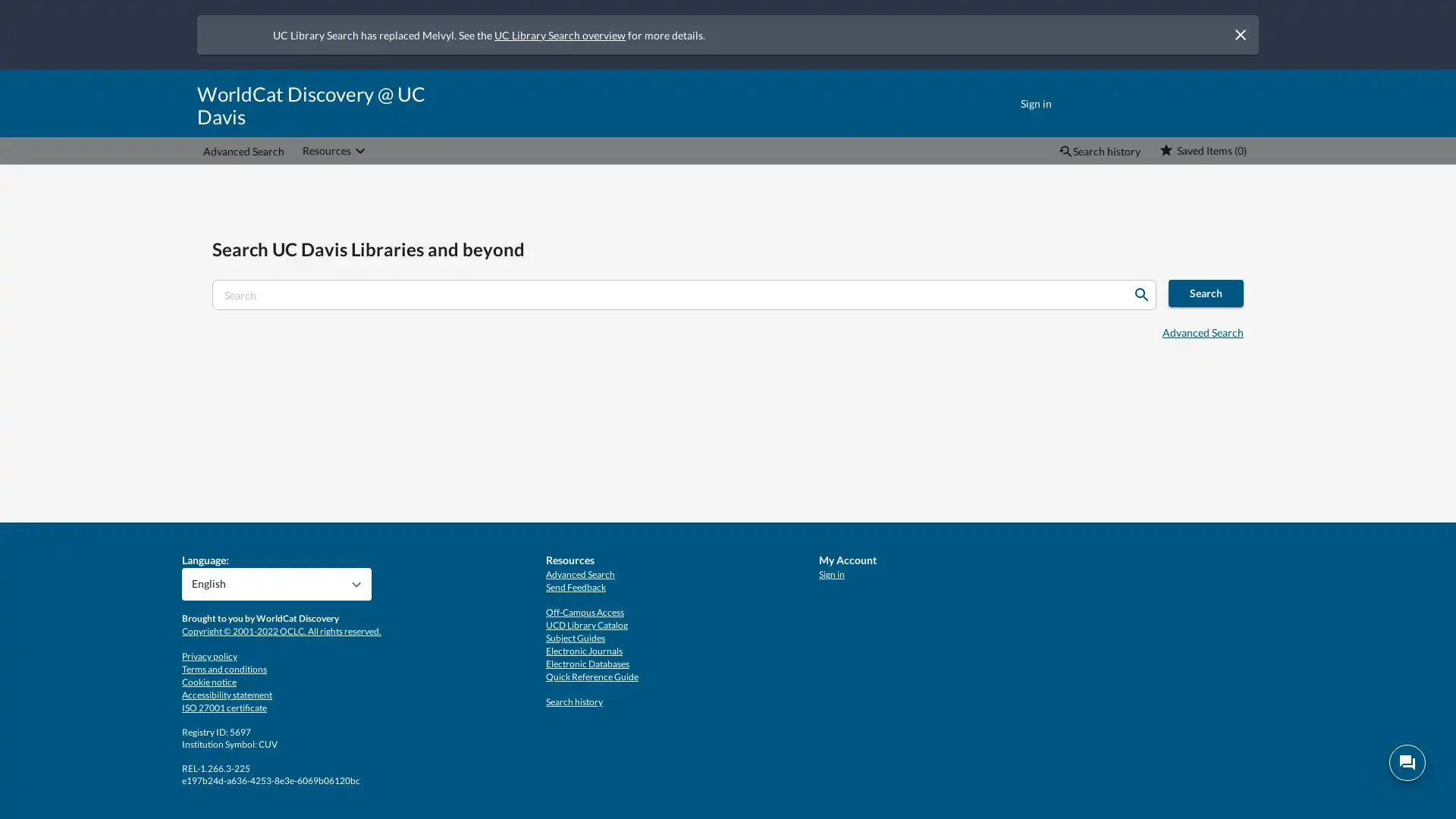 The image size is (1456, 819). Describe the element at coordinates (1141, 295) in the screenshot. I see `Search` at that location.